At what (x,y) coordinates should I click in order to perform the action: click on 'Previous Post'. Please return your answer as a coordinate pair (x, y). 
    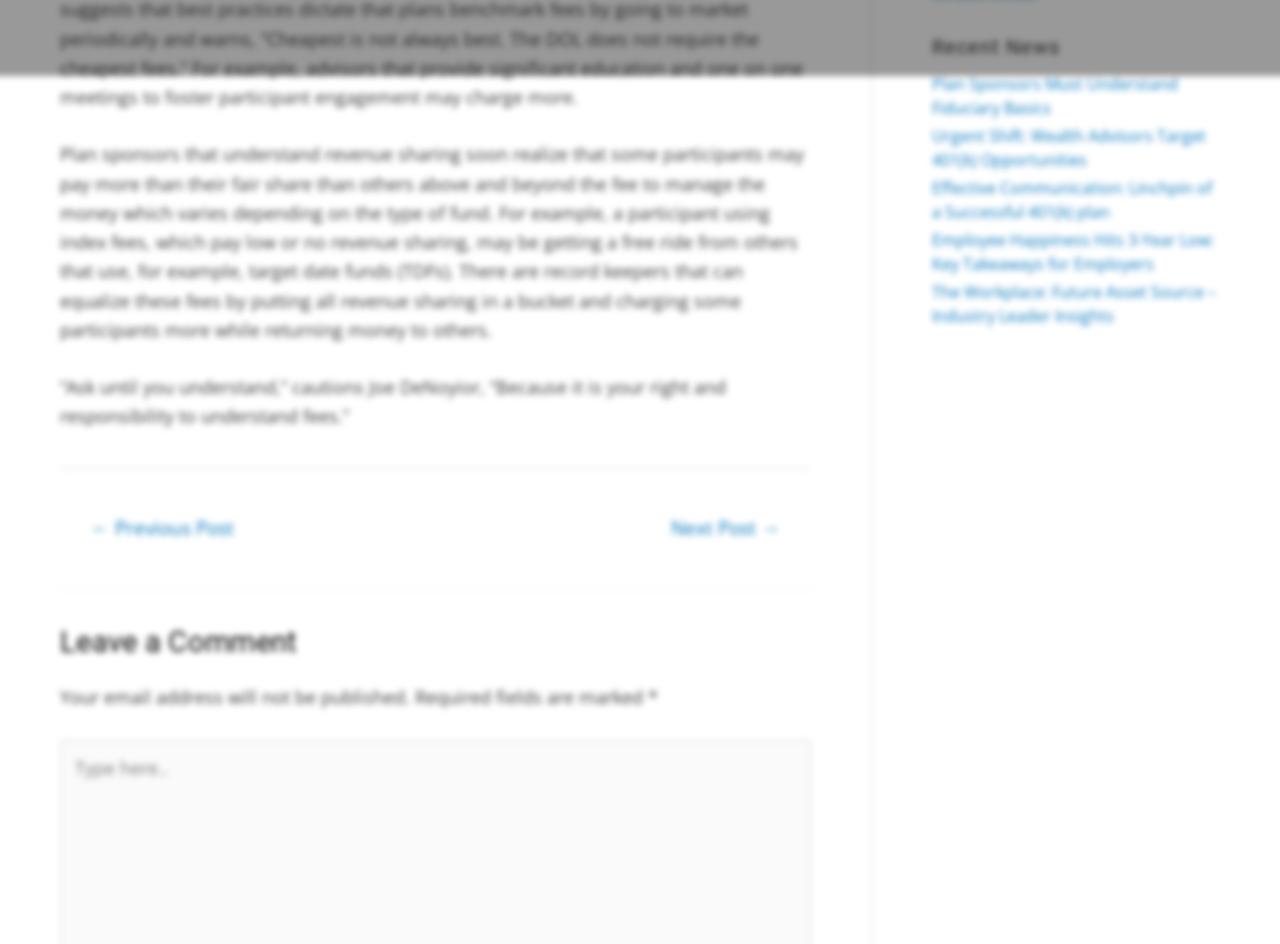
    Looking at the image, I should click on (171, 526).